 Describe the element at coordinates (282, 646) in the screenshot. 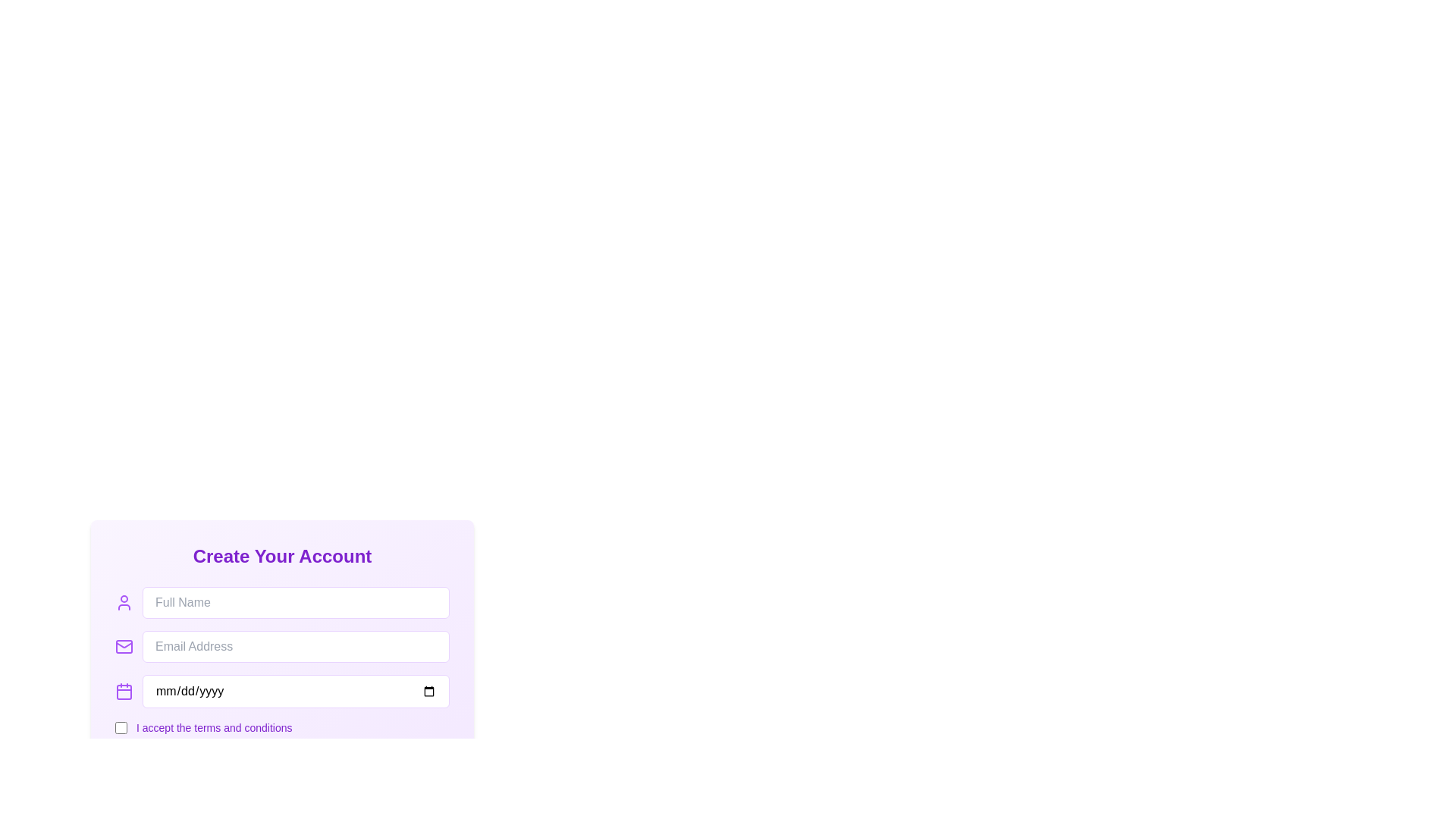

I see `the email input field in the account creation form` at that location.